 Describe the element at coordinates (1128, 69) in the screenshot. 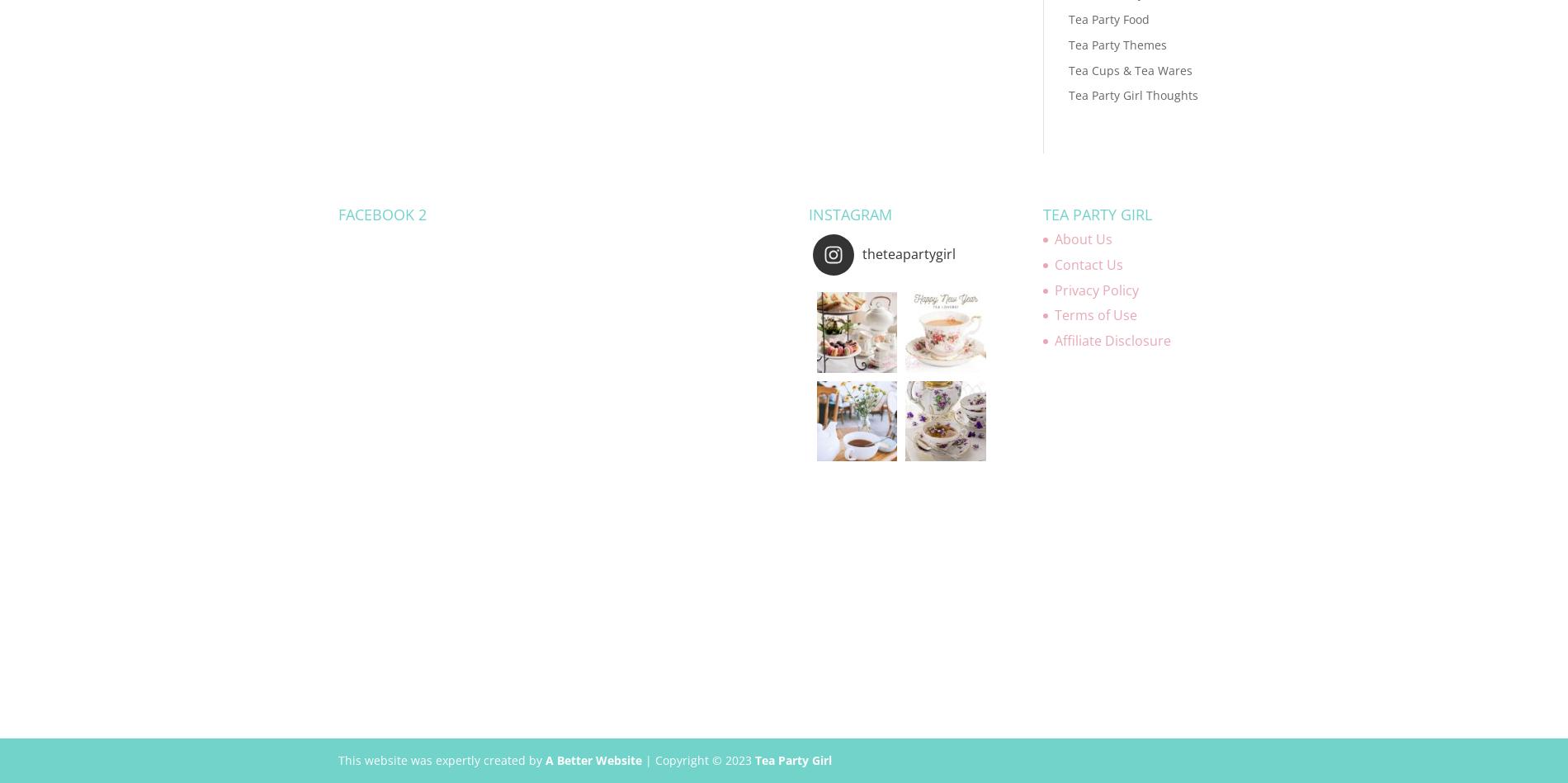

I see `'Tea Cups & Tea Wares'` at that location.